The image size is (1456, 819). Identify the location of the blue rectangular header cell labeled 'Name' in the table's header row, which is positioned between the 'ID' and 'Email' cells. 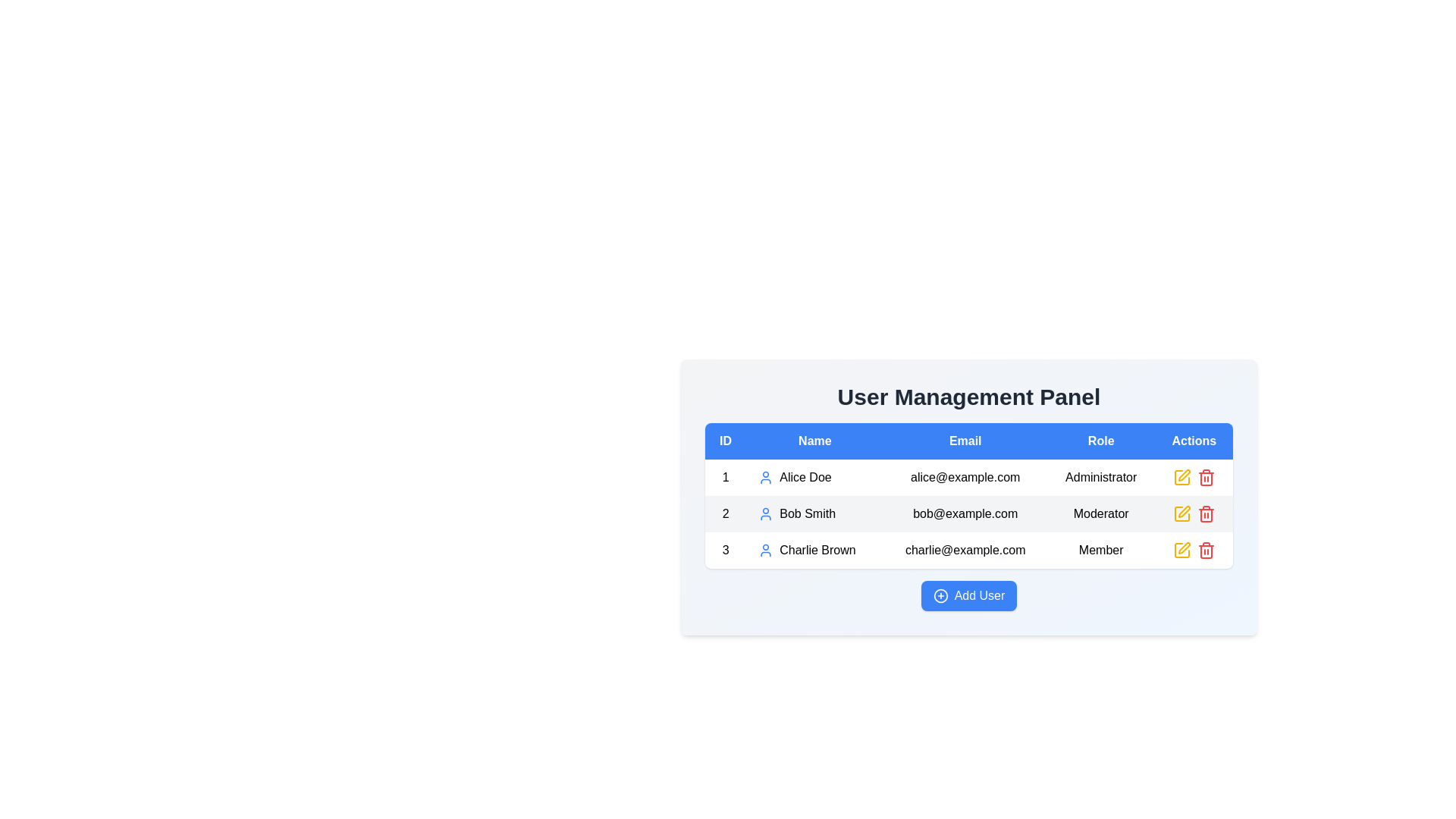
(814, 441).